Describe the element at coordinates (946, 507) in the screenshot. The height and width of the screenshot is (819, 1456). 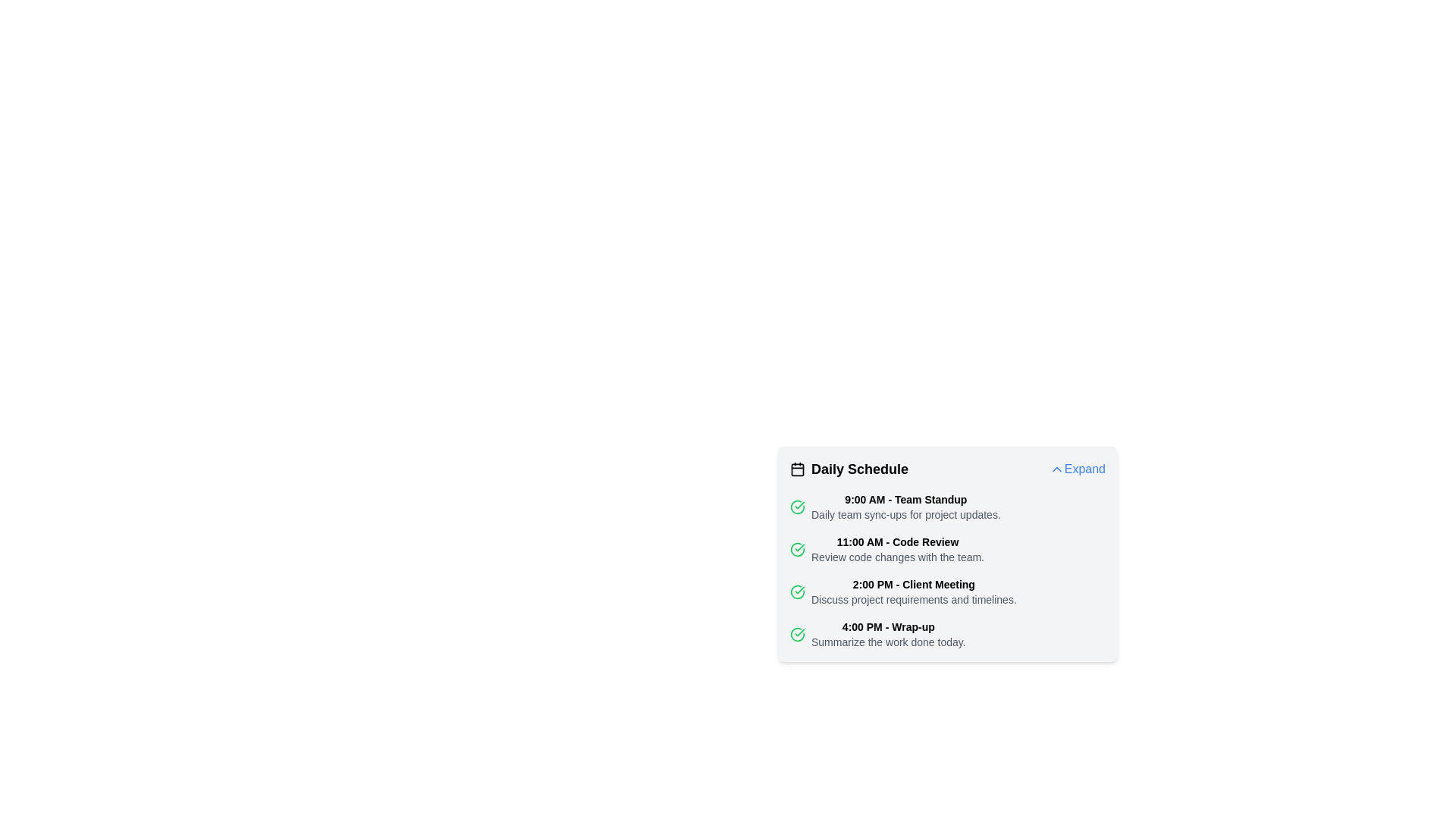
I see `the first list item representing the scheduled event '9:00 AM - Team Standup'` at that location.